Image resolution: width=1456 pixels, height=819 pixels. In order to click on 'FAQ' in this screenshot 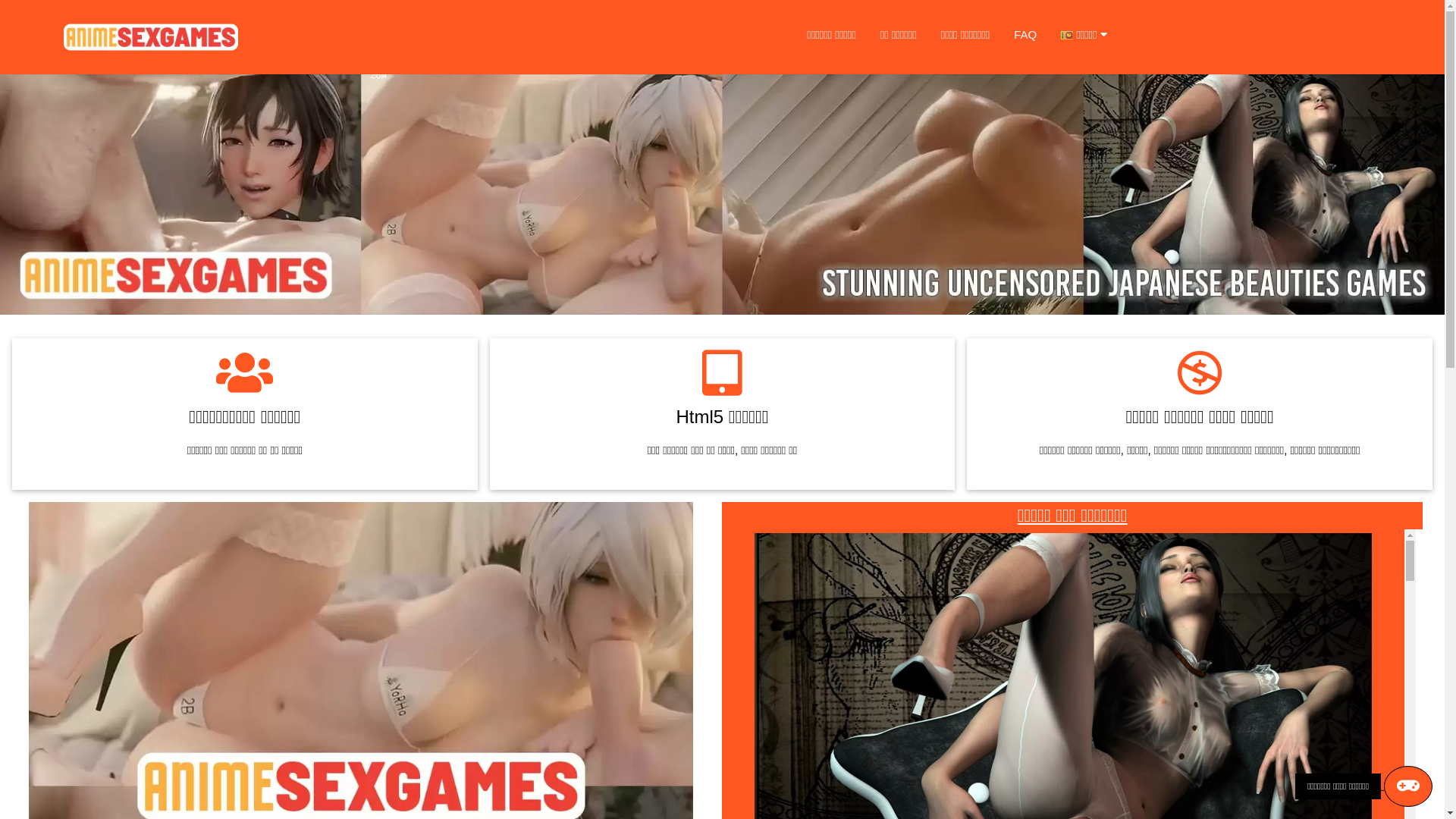, I will do `click(1001, 34)`.